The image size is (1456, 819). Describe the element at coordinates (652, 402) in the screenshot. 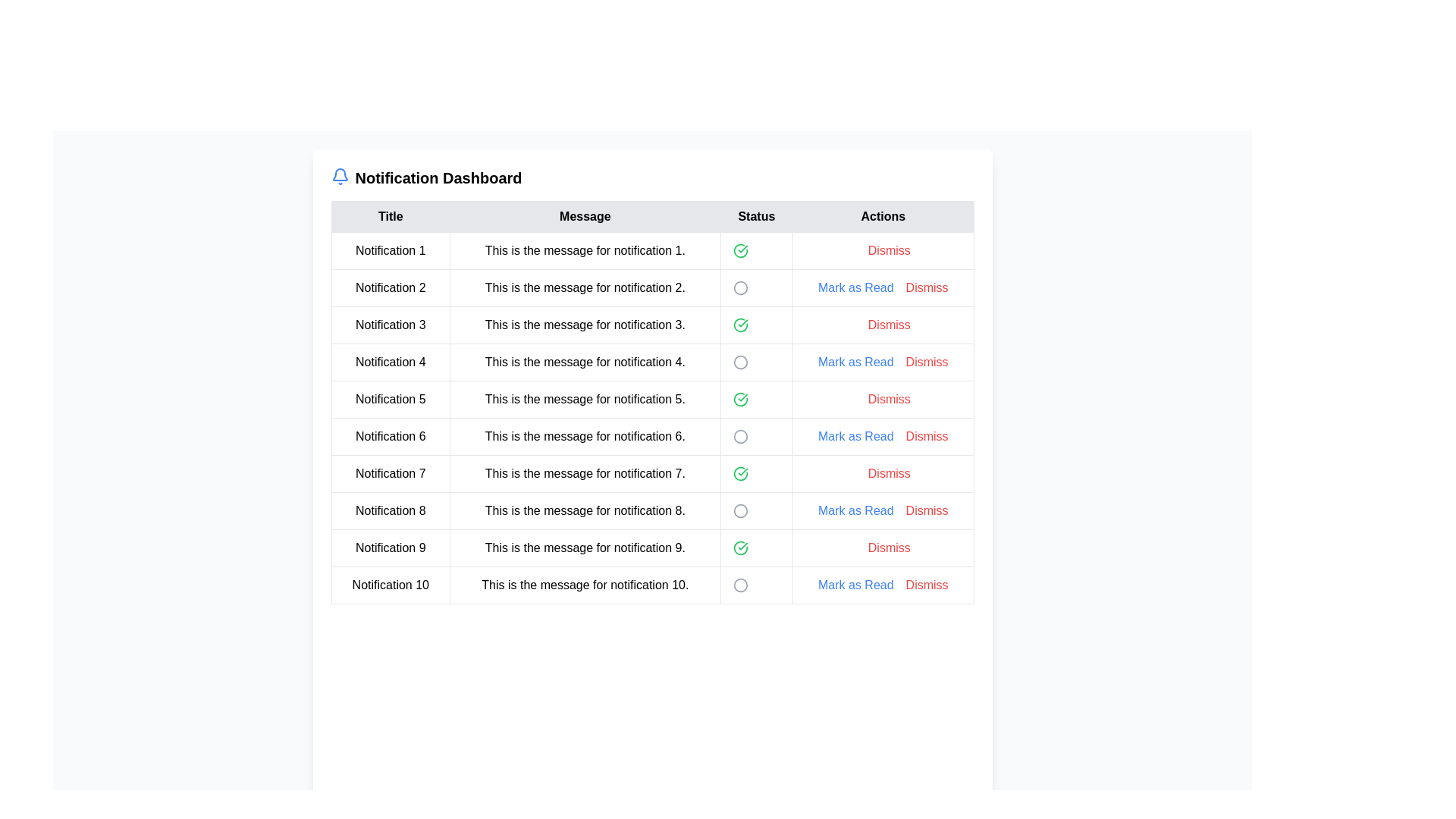

I see `the 'Mark as Read' button in the notification dashboard table to mark a notification as read` at that location.